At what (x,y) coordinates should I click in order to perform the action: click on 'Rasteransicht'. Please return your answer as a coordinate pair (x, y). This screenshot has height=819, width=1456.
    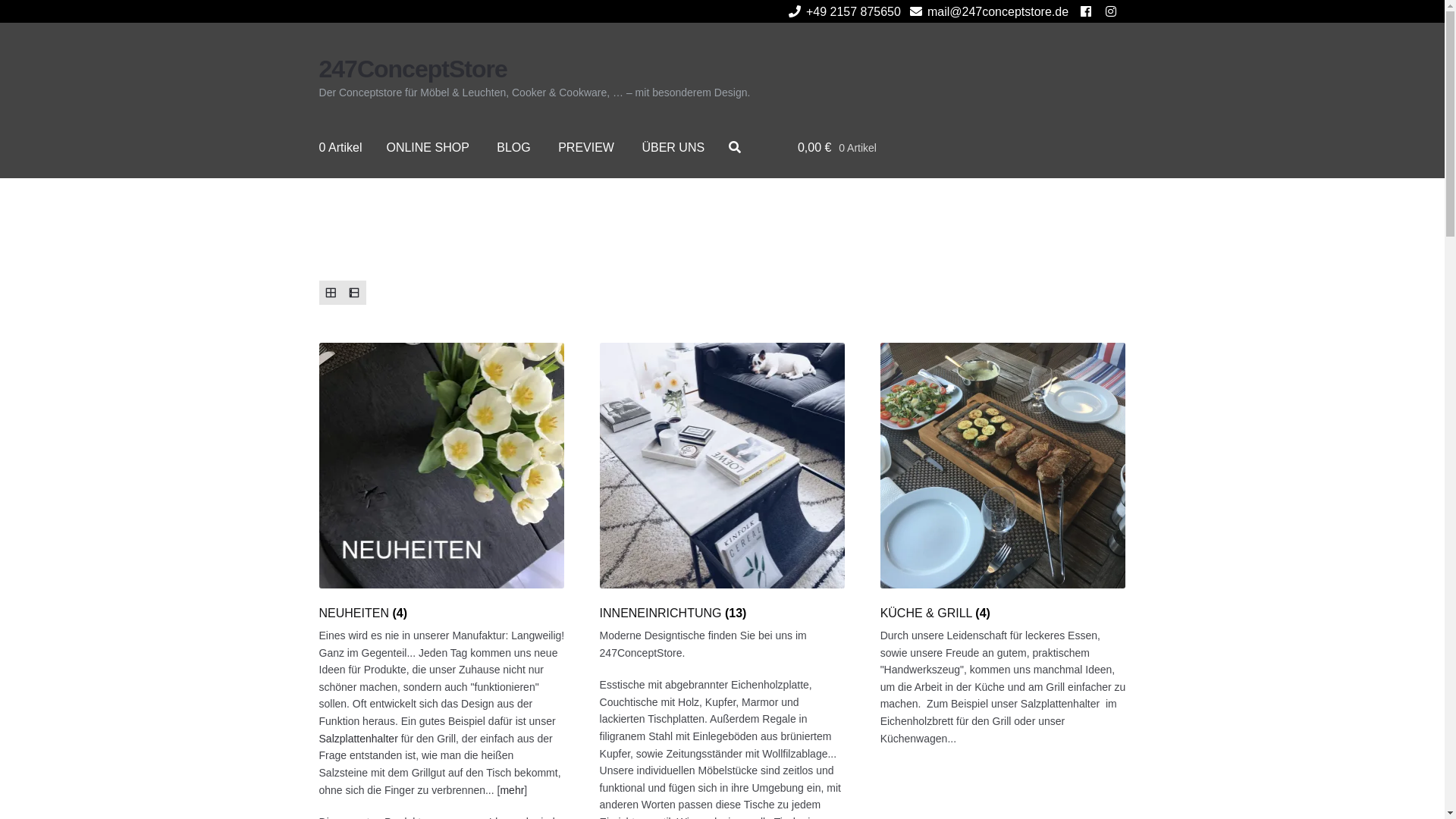
    Looking at the image, I should click on (330, 292).